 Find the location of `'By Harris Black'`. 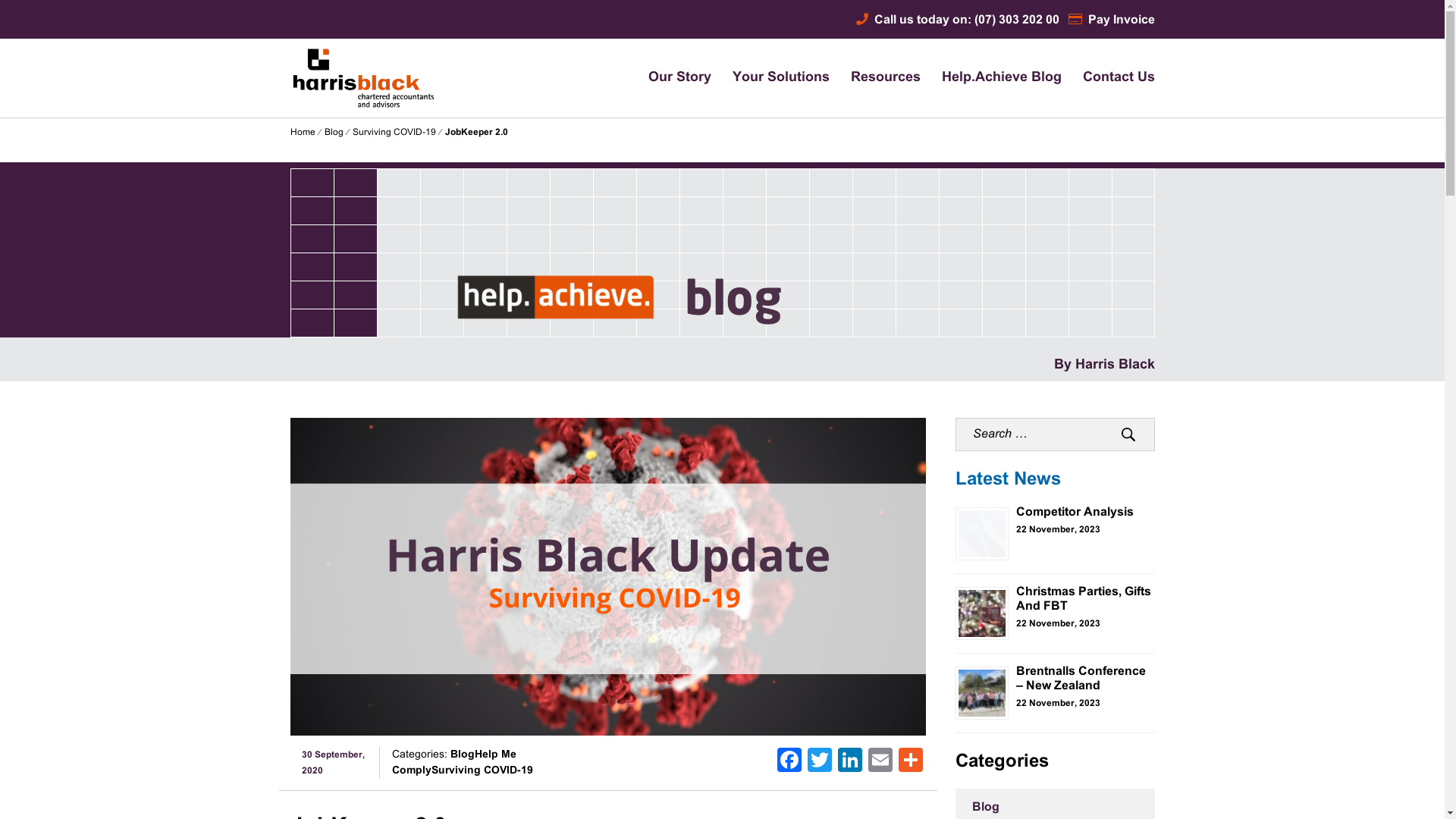

'By Harris Black' is located at coordinates (1104, 365).